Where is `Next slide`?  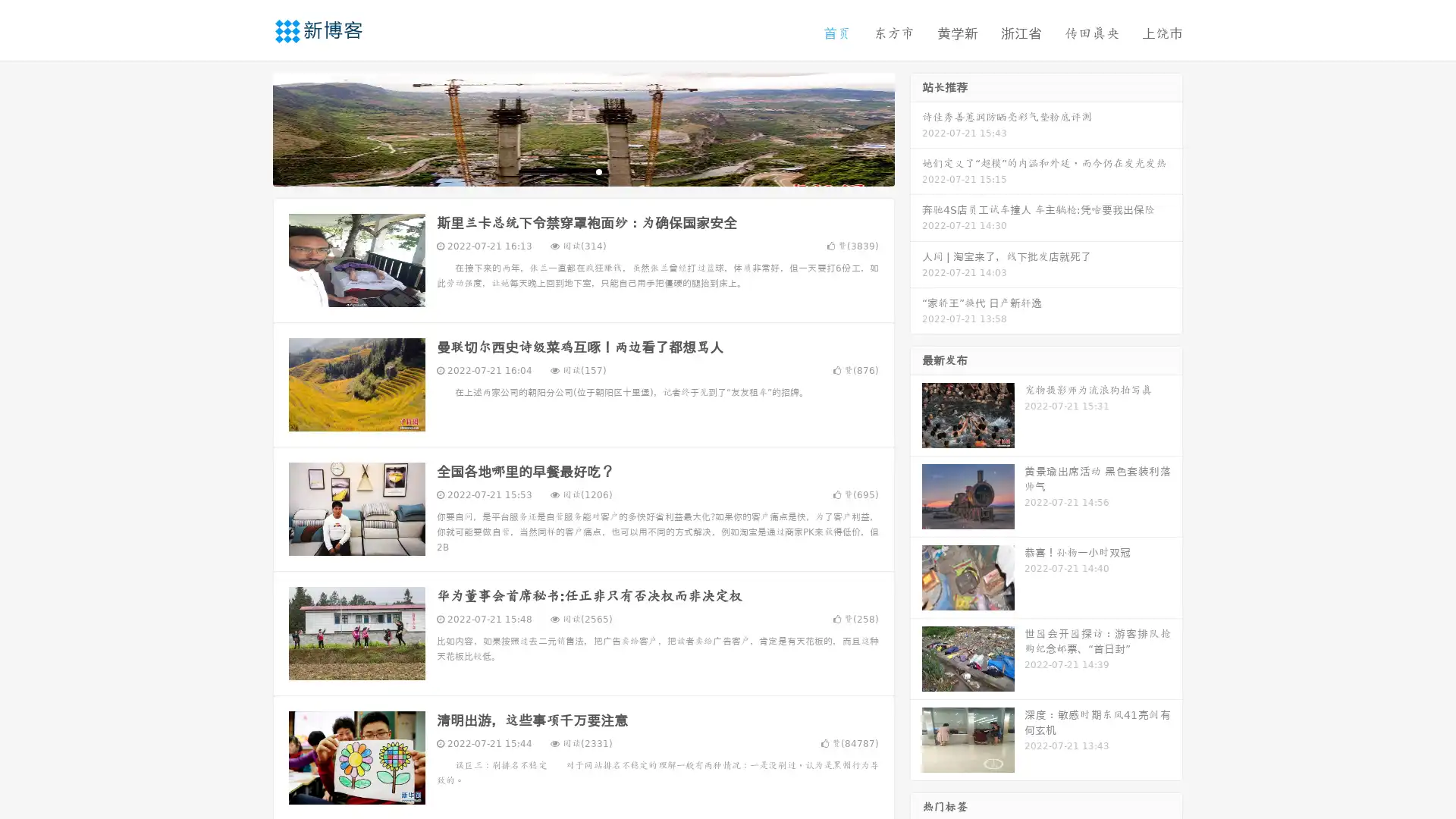
Next slide is located at coordinates (916, 127).